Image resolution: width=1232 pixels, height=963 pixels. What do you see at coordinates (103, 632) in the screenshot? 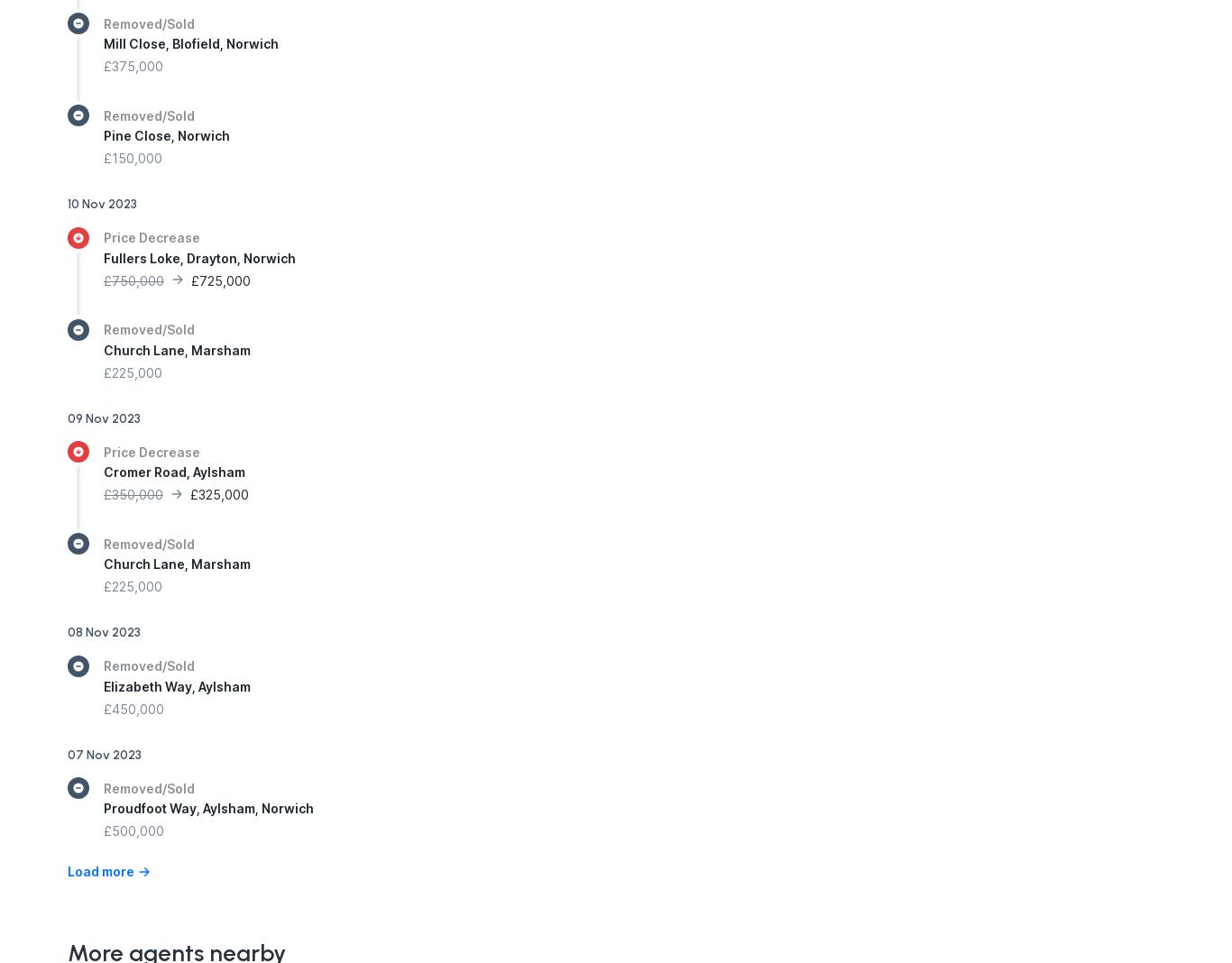
I see `'08 Nov 2023'` at bounding box center [103, 632].